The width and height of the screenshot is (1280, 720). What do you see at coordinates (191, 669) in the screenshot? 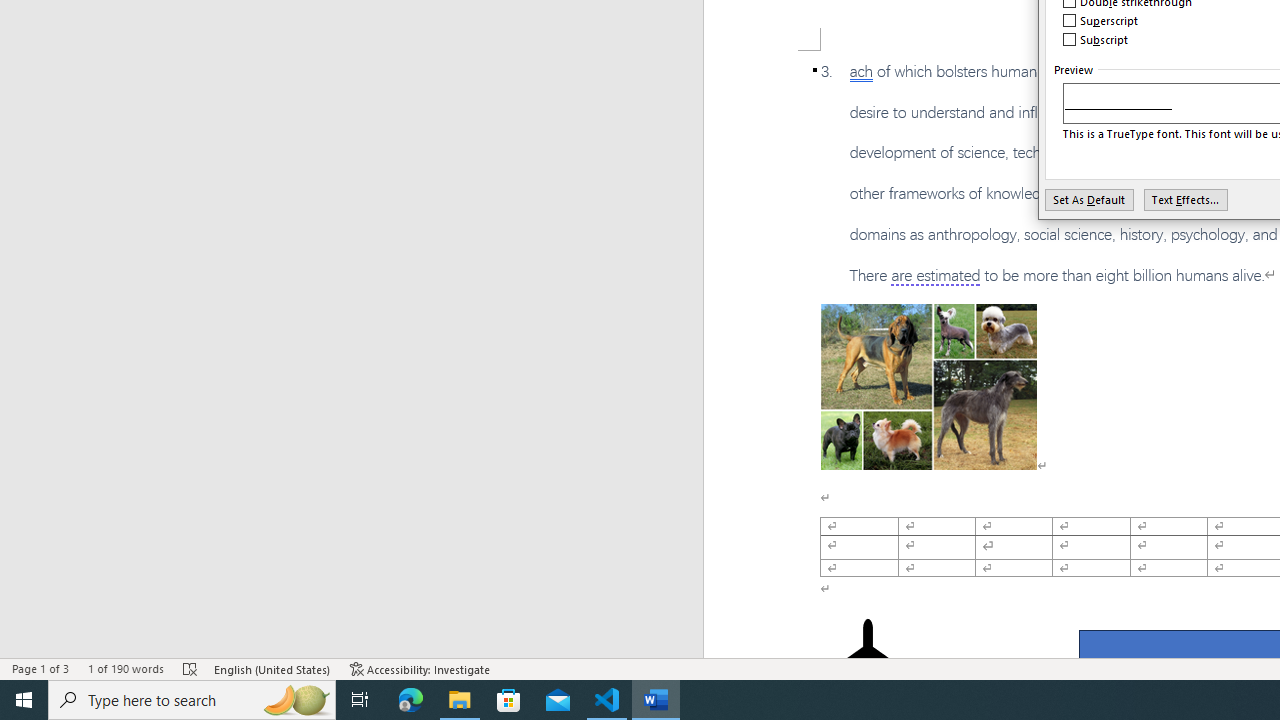
I see `'Spelling and Grammar Check Errors'` at bounding box center [191, 669].